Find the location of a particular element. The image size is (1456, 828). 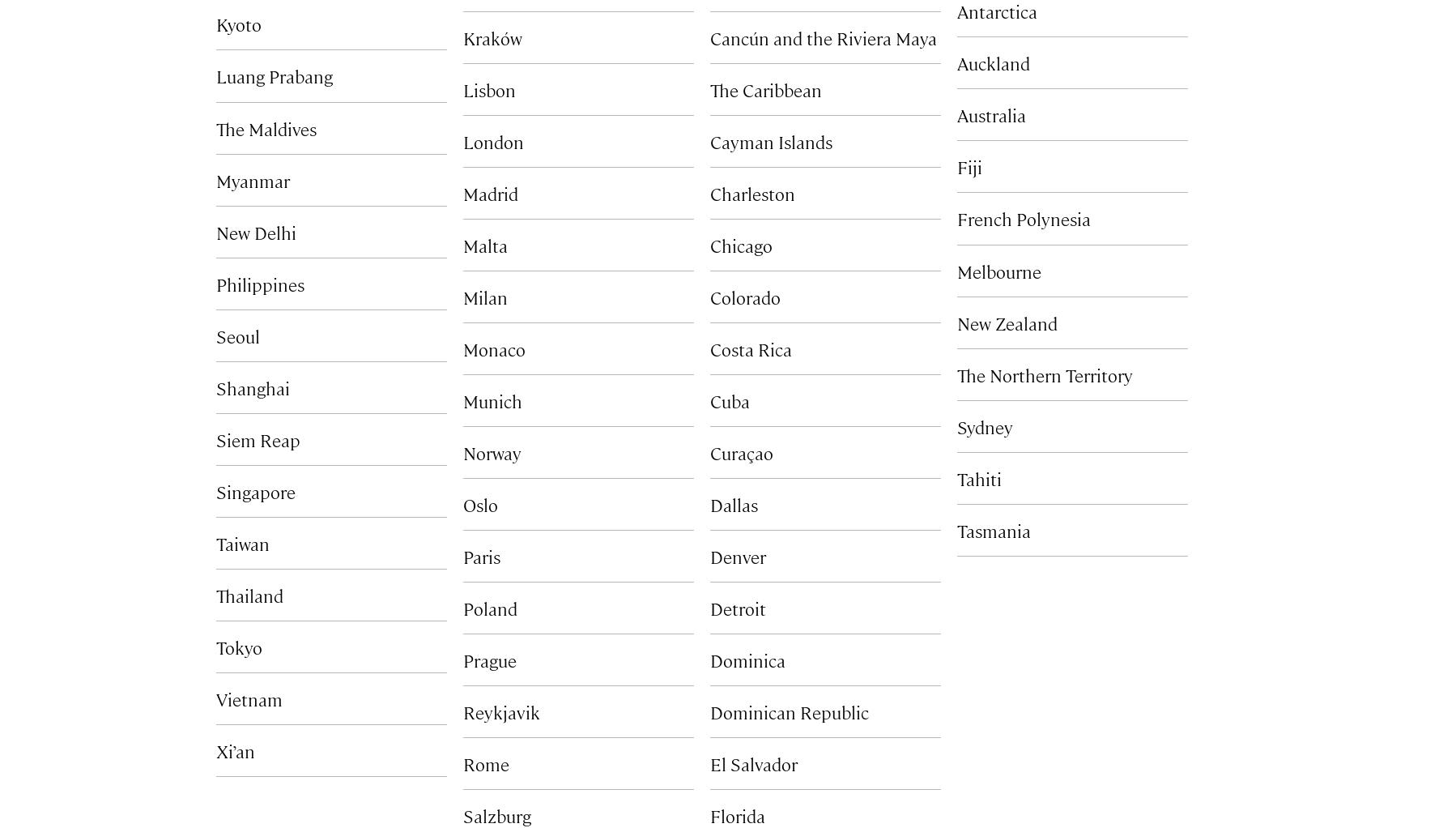

'Poland' is located at coordinates (489, 607).